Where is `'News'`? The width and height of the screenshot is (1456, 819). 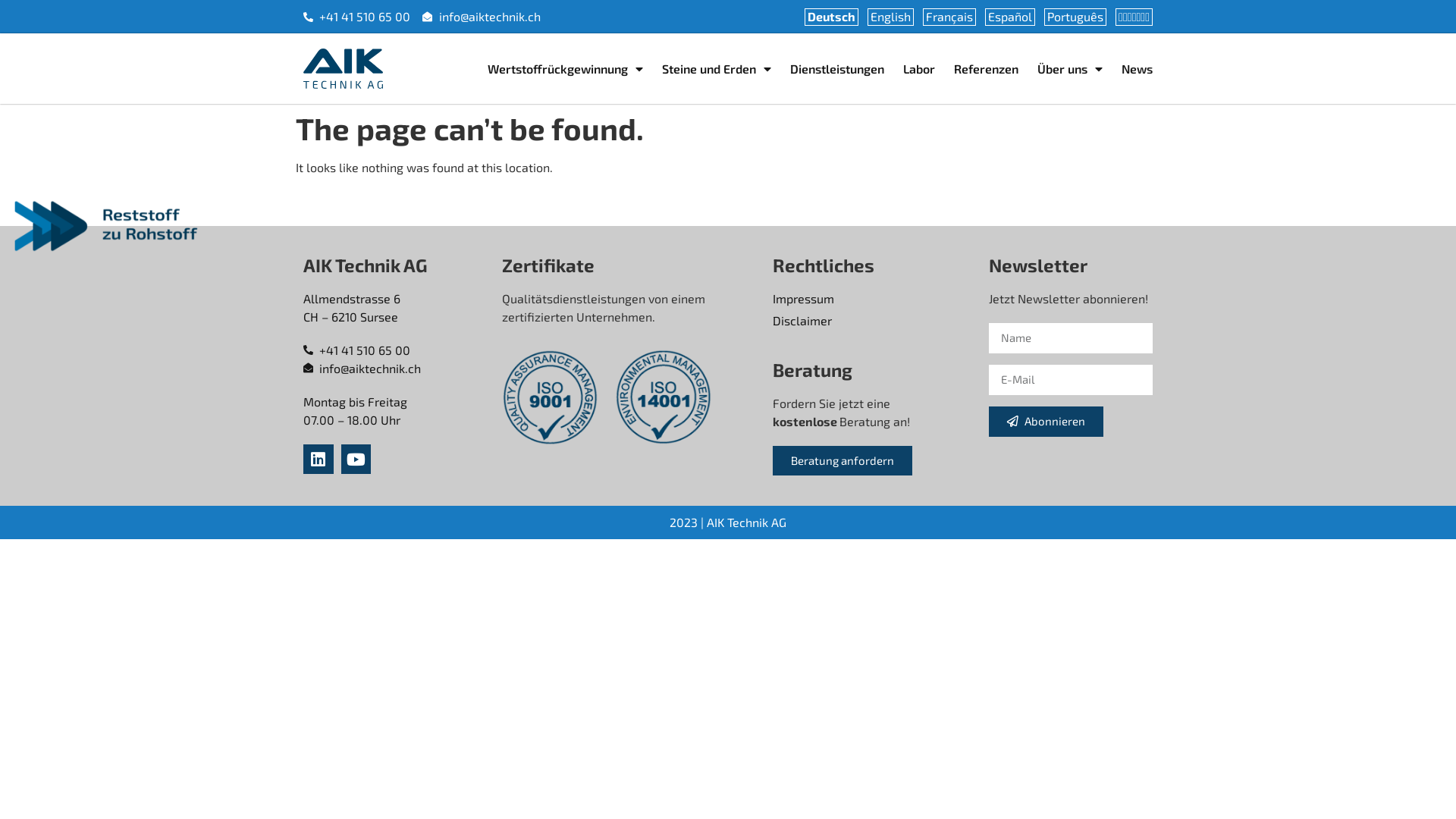
'News' is located at coordinates (1137, 69).